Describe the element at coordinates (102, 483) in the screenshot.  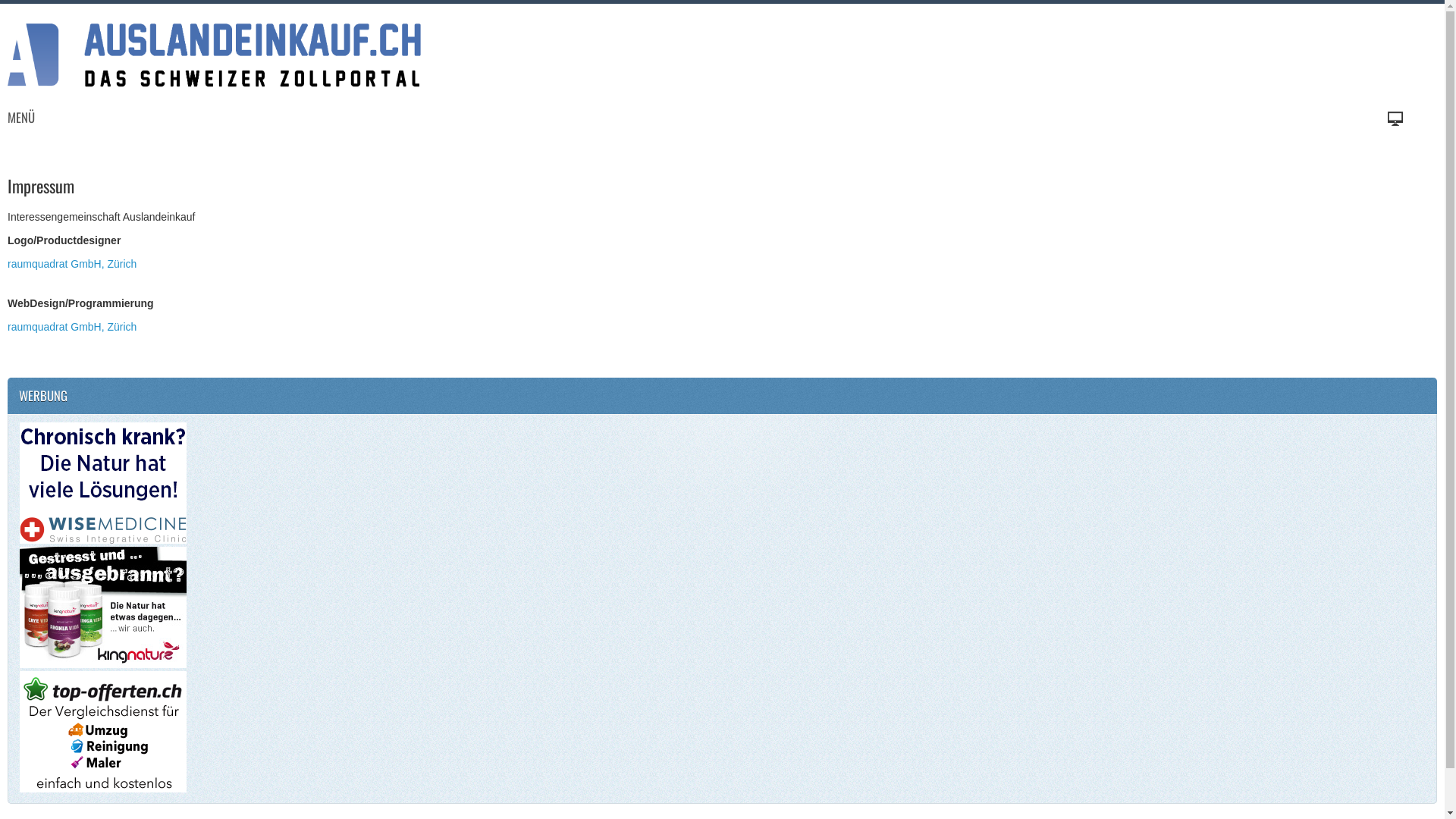
I see `'Wisemed'` at that location.